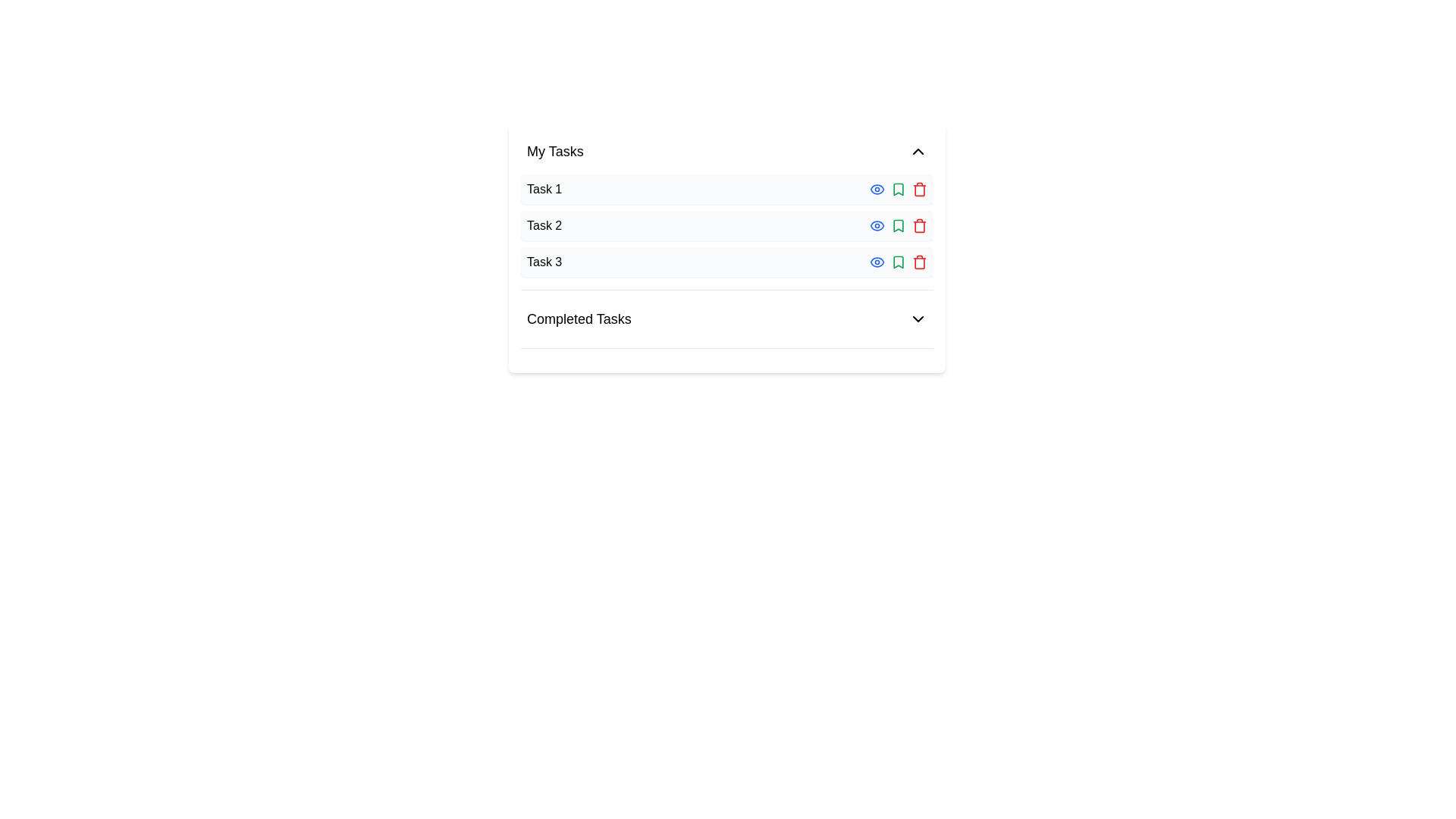 This screenshot has height=819, width=1456. Describe the element at coordinates (919, 262) in the screenshot. I see `the 'delete' icon positioned in the third row of the task list under 'My Tasks'` at that location.